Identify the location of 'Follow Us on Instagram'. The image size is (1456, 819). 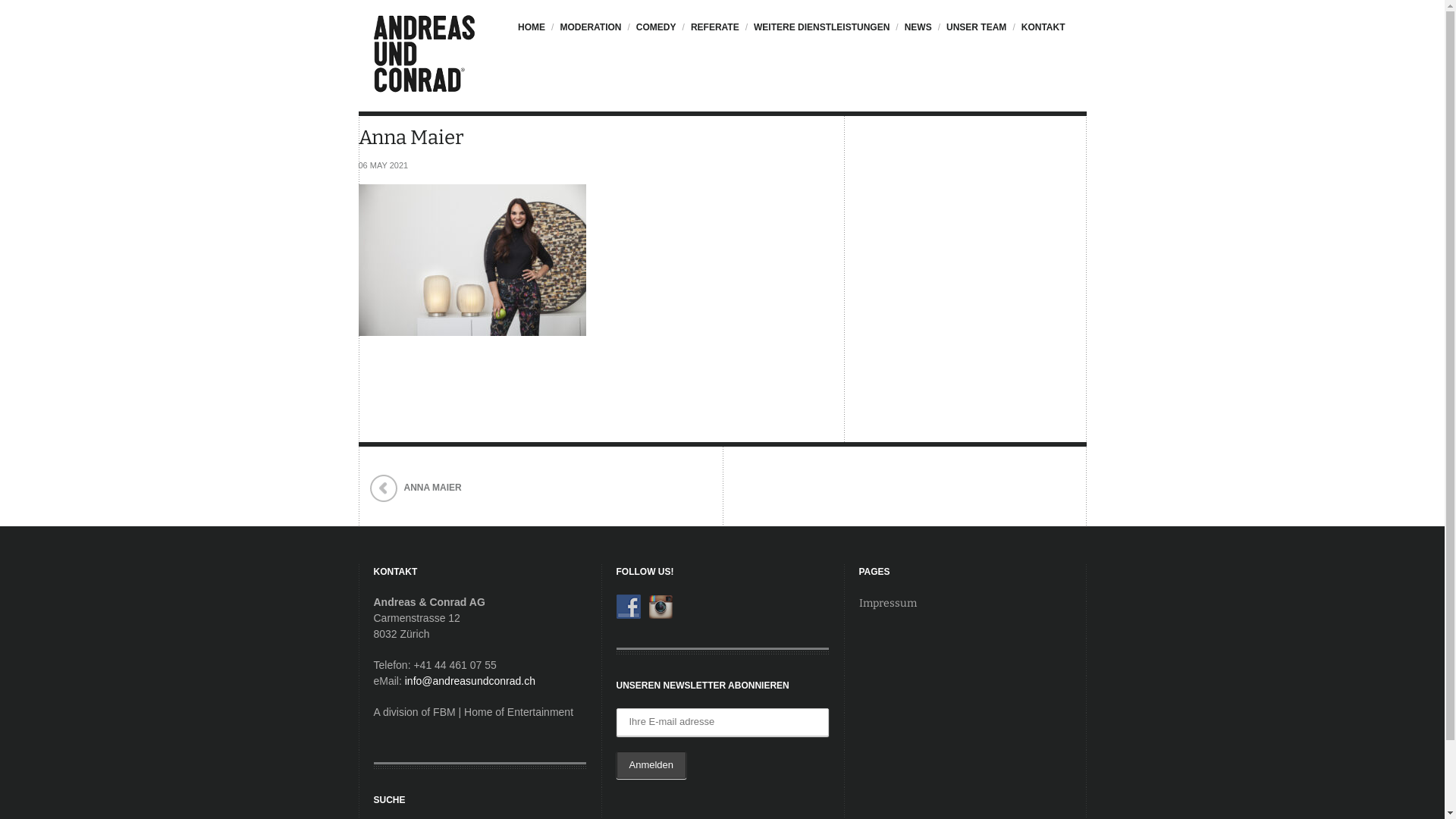
(659, 605).